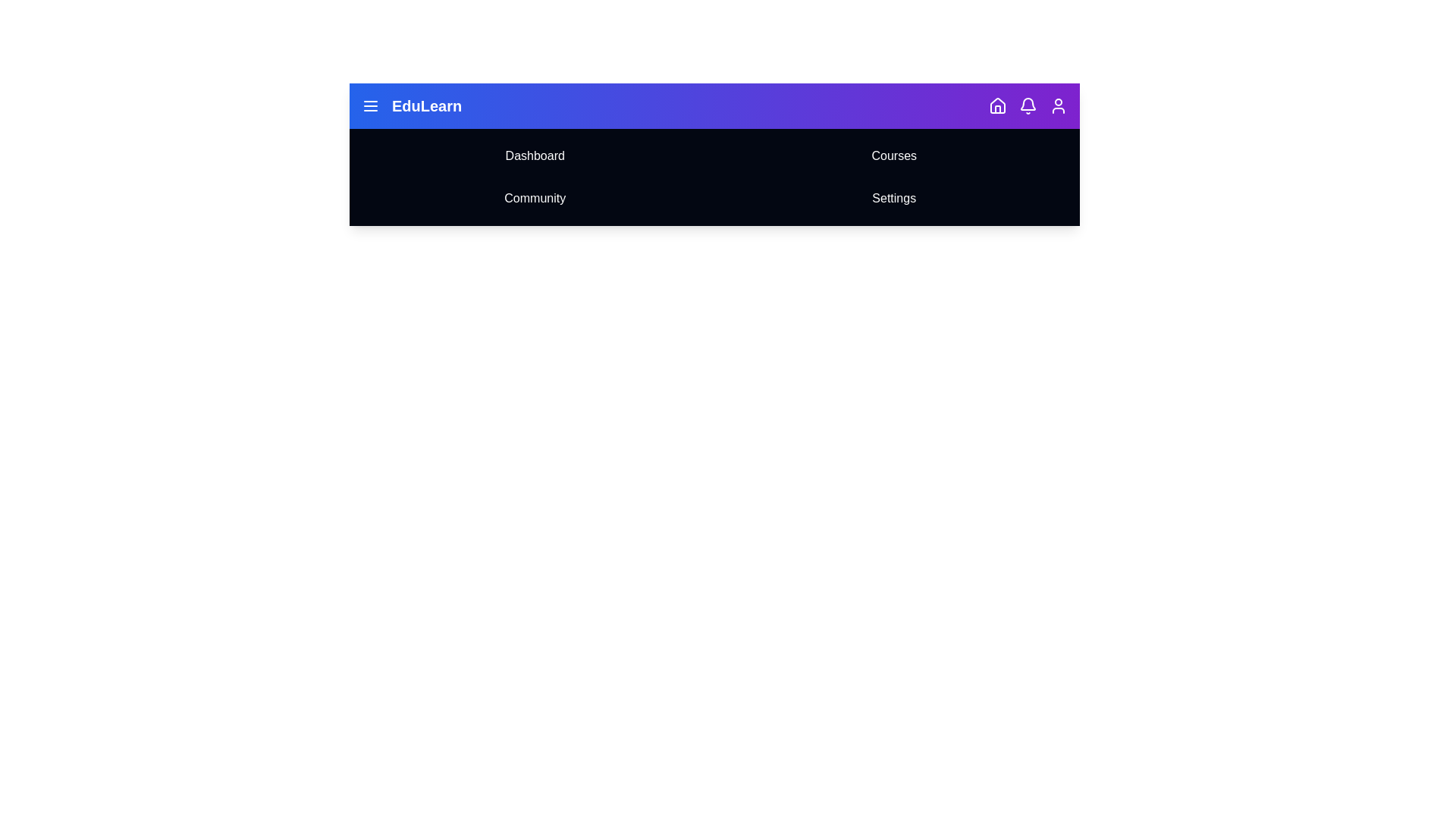 The image size is (1456, 819). Describe the element at coordinates (894, 198) in the screenshot. I see `the Settings navigation icon to navigate to the respective section` at that location.